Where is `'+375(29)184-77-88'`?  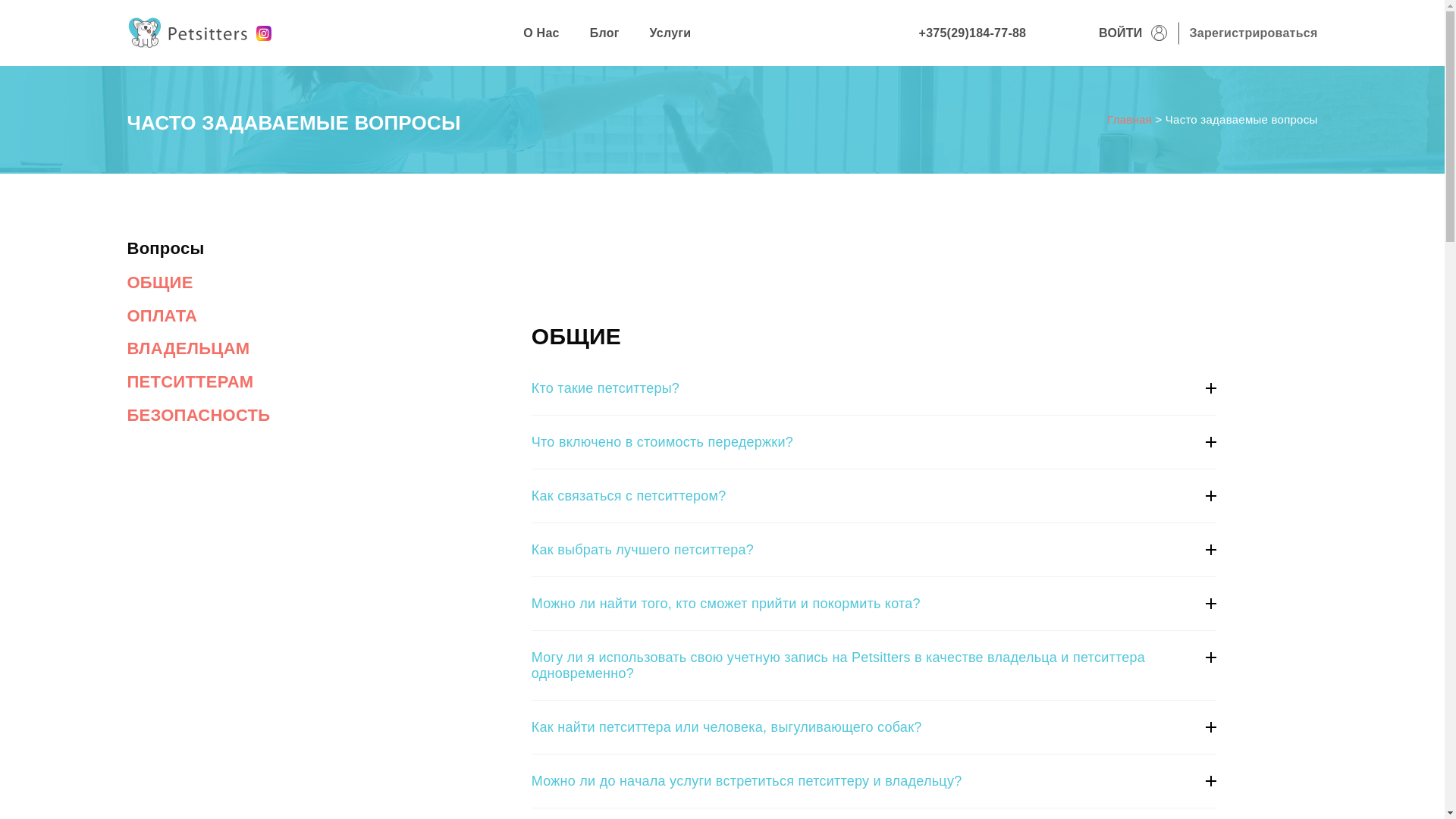 '+375(29)184-77-88' is located at coordinates (972, 33).